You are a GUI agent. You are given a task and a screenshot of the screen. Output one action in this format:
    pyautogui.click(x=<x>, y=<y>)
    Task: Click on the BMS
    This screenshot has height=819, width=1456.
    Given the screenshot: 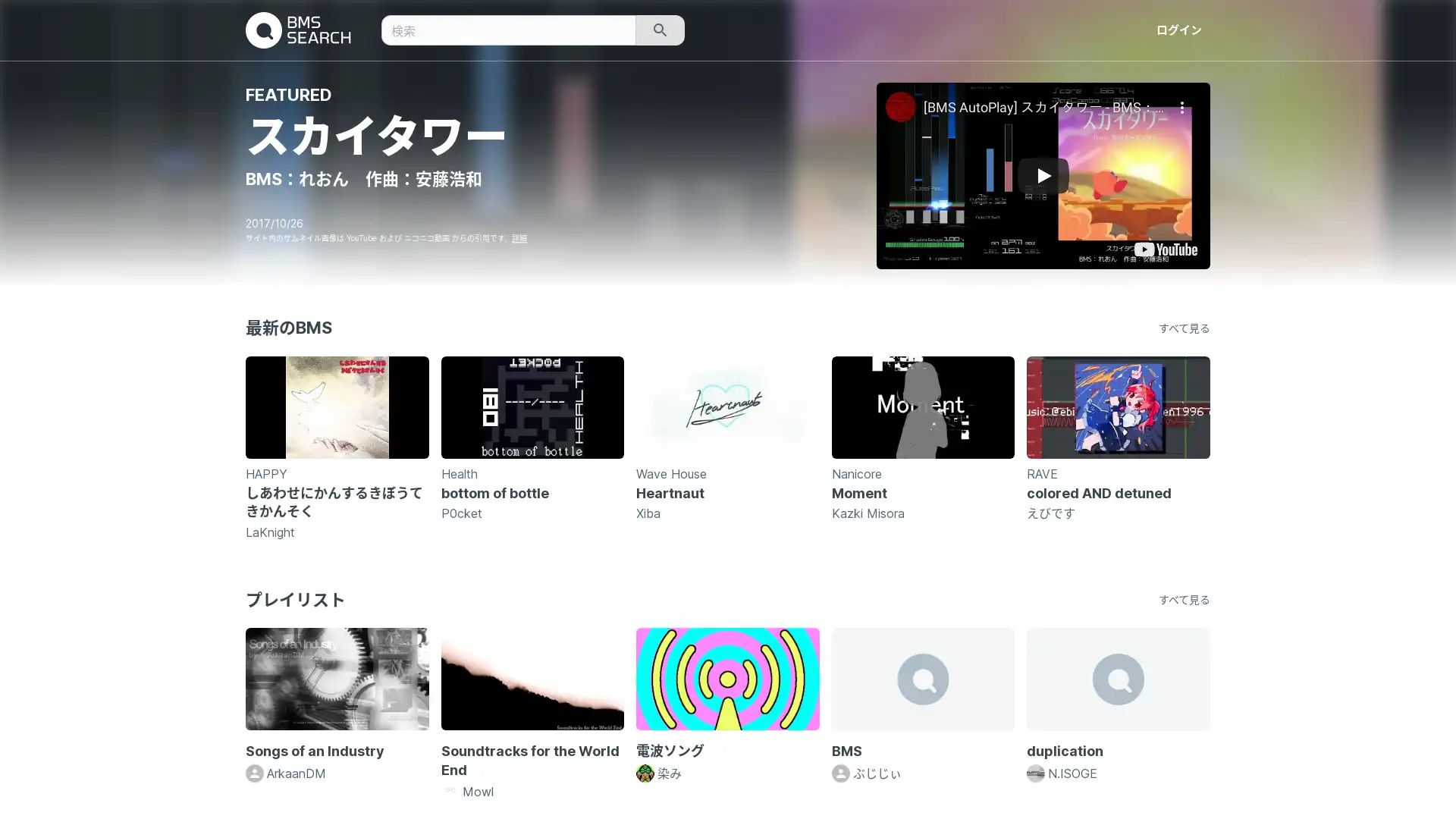 What is the action you would take?
    pyautogui.click(x=922, y=704)
    